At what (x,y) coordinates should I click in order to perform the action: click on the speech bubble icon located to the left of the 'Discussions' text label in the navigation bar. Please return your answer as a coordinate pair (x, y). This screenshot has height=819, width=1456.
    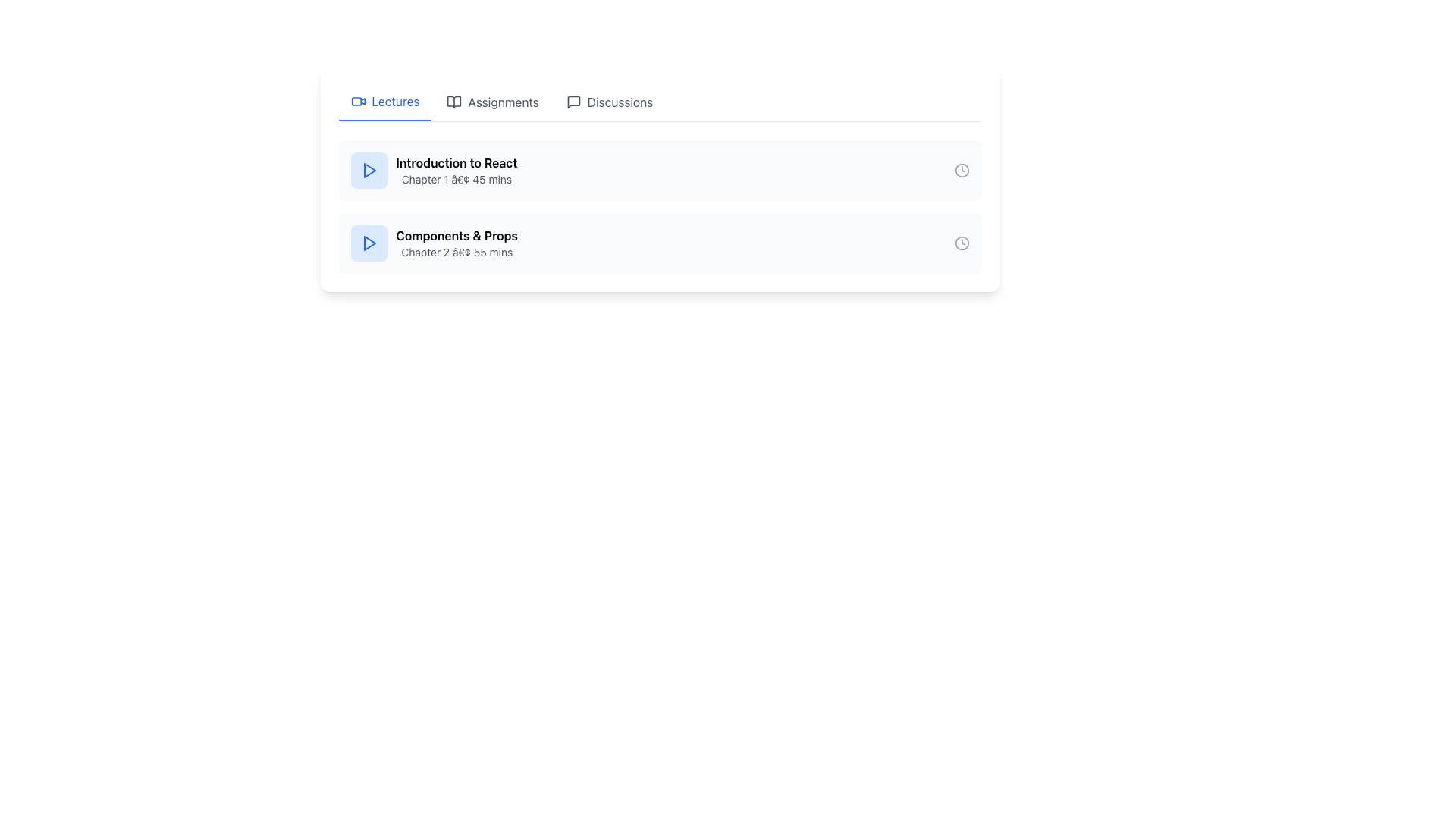
    Looking at the image, I should click on (573, 102).